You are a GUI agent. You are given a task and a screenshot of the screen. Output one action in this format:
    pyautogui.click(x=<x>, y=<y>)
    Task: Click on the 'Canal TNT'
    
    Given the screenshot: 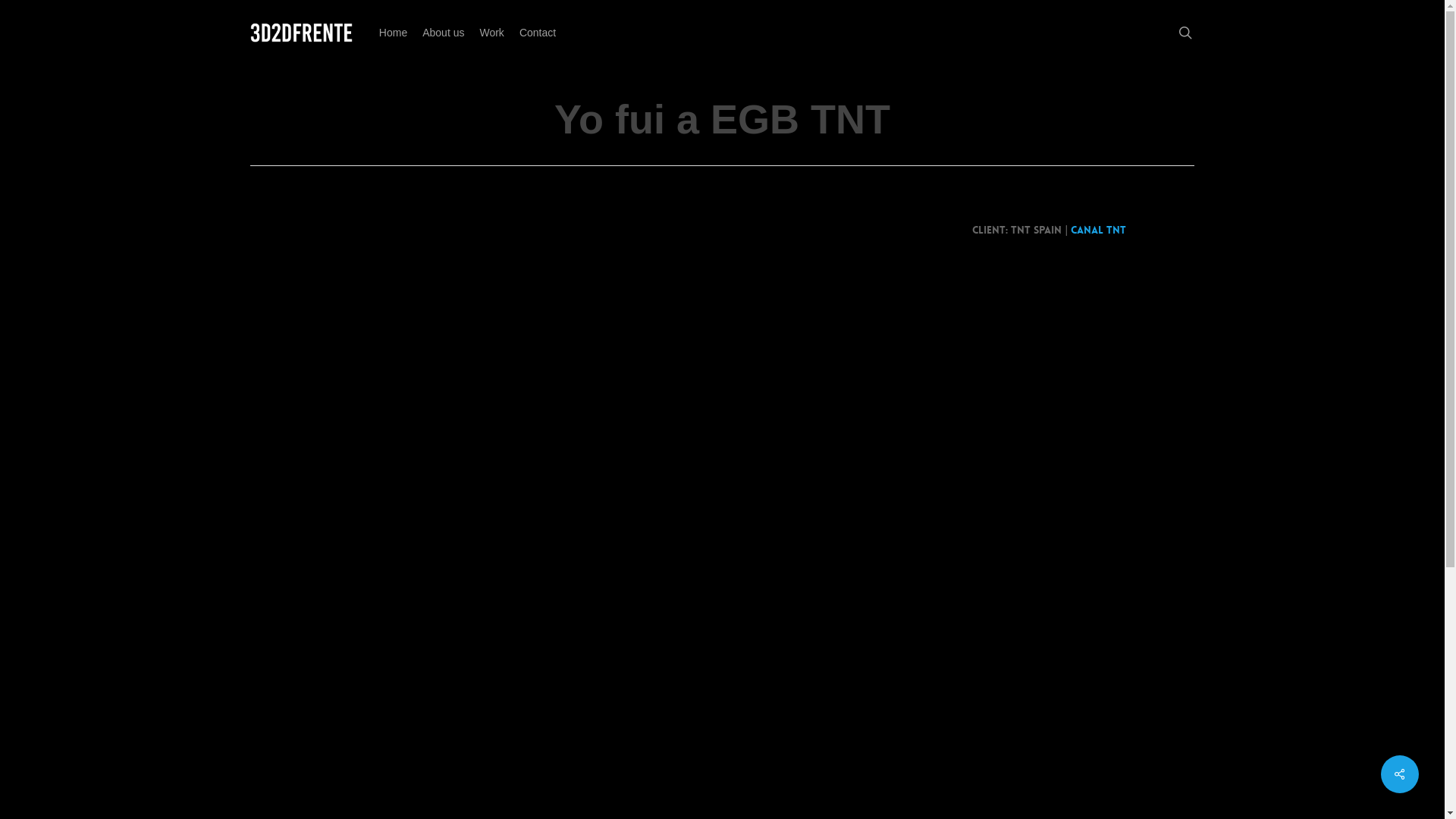 What is the action you would take?
    pyautogui.click(x=1098, y=230)
    